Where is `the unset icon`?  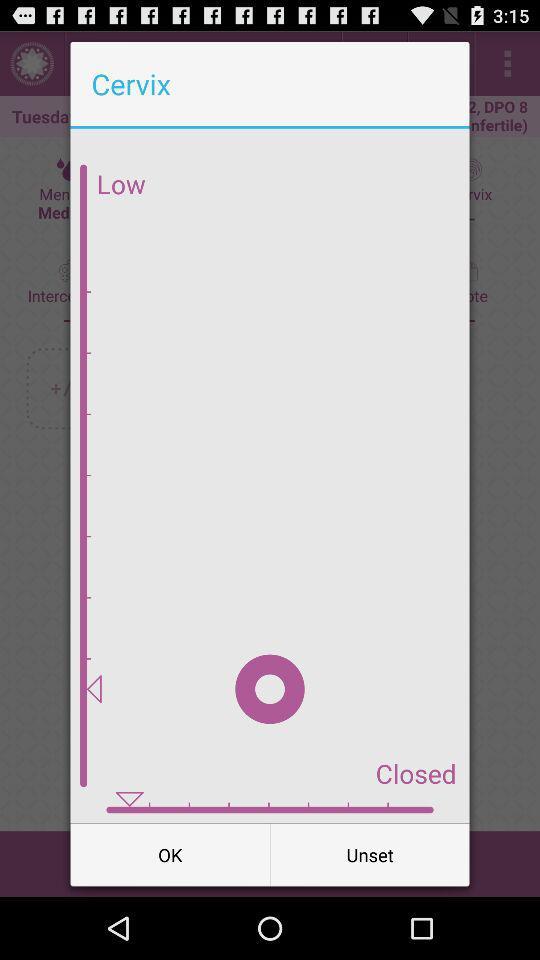
the unset icon is located at coordinates (369, 853).